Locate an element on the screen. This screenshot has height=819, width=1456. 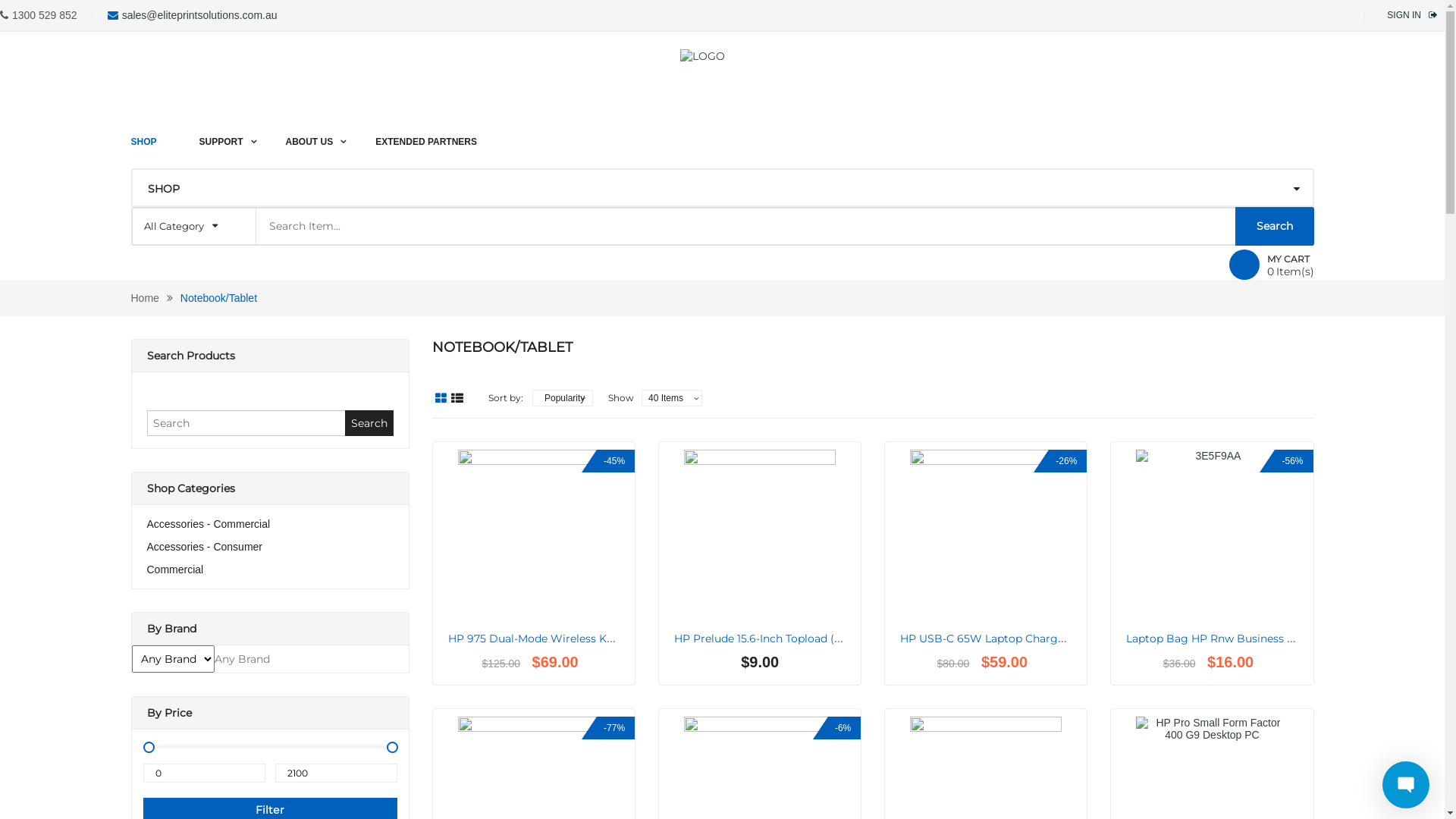
'Grid view' is located at coordinates (431, 397).